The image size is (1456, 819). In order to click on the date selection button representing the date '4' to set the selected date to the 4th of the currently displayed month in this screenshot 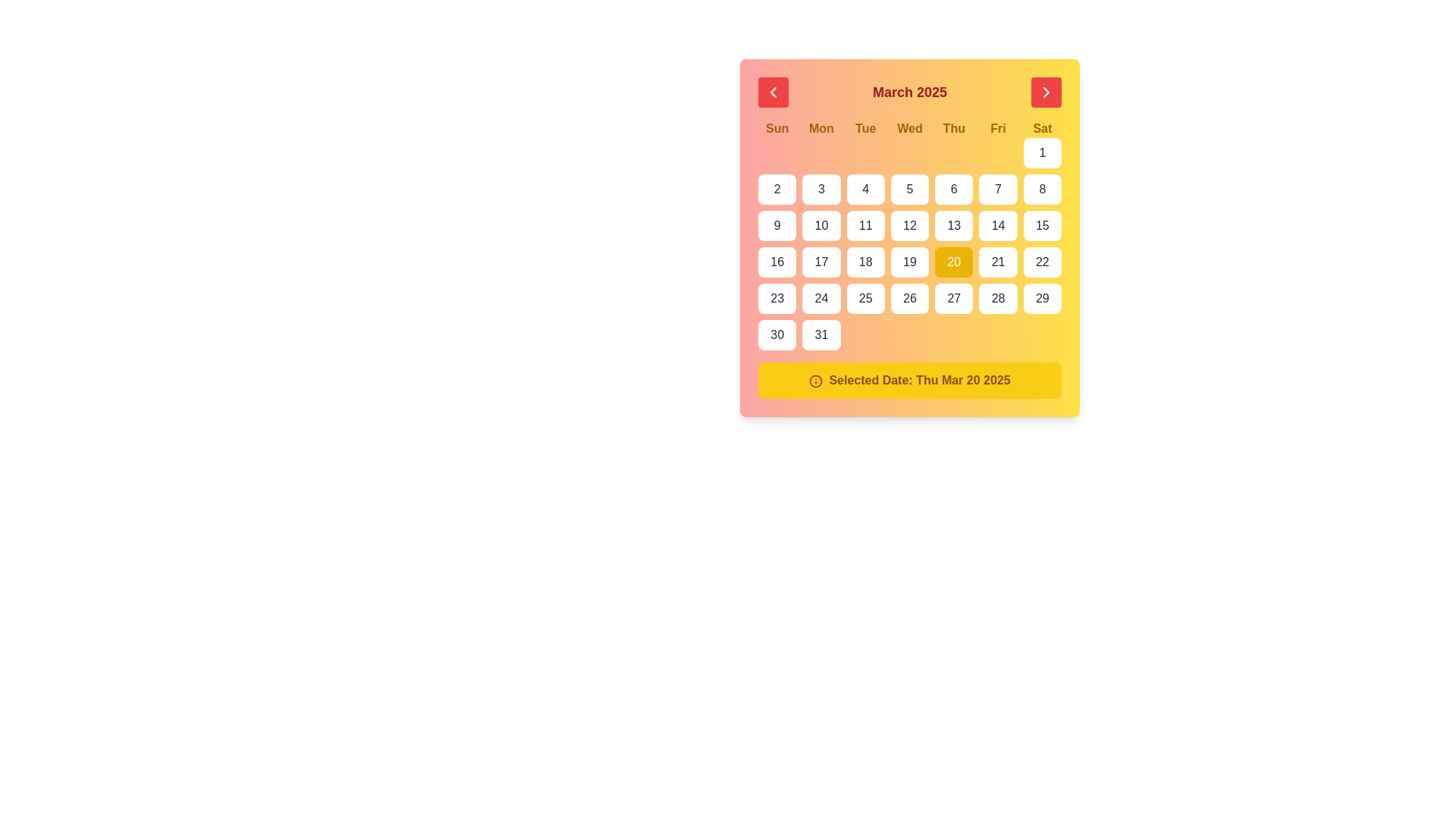, I will do `click(865, 189)`.